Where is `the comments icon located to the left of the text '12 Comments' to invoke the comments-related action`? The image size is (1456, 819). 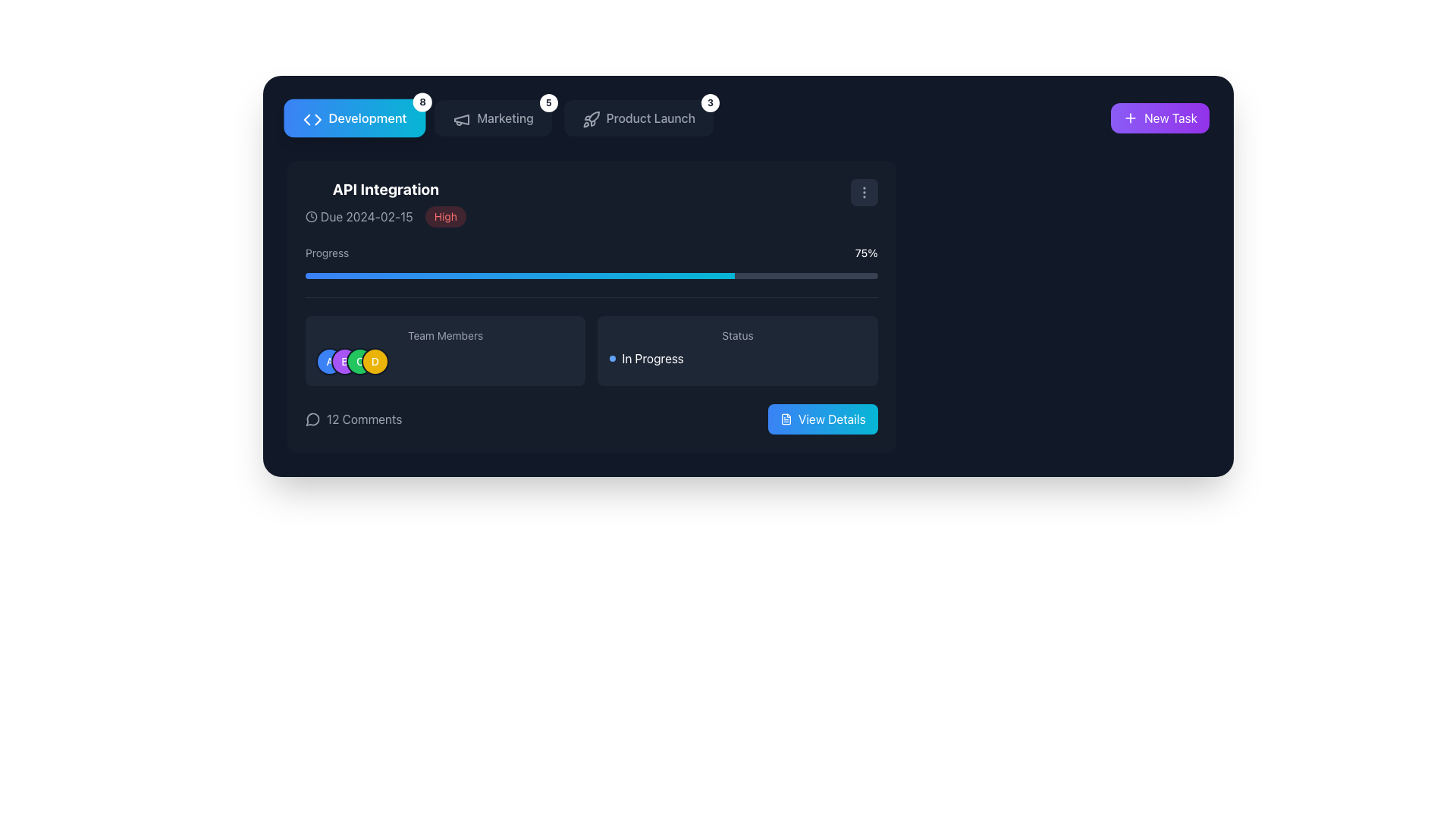
the comments icon located to the left of the text '12 Comments' to invoke the comments-related action is located at coordinates (312, 419).